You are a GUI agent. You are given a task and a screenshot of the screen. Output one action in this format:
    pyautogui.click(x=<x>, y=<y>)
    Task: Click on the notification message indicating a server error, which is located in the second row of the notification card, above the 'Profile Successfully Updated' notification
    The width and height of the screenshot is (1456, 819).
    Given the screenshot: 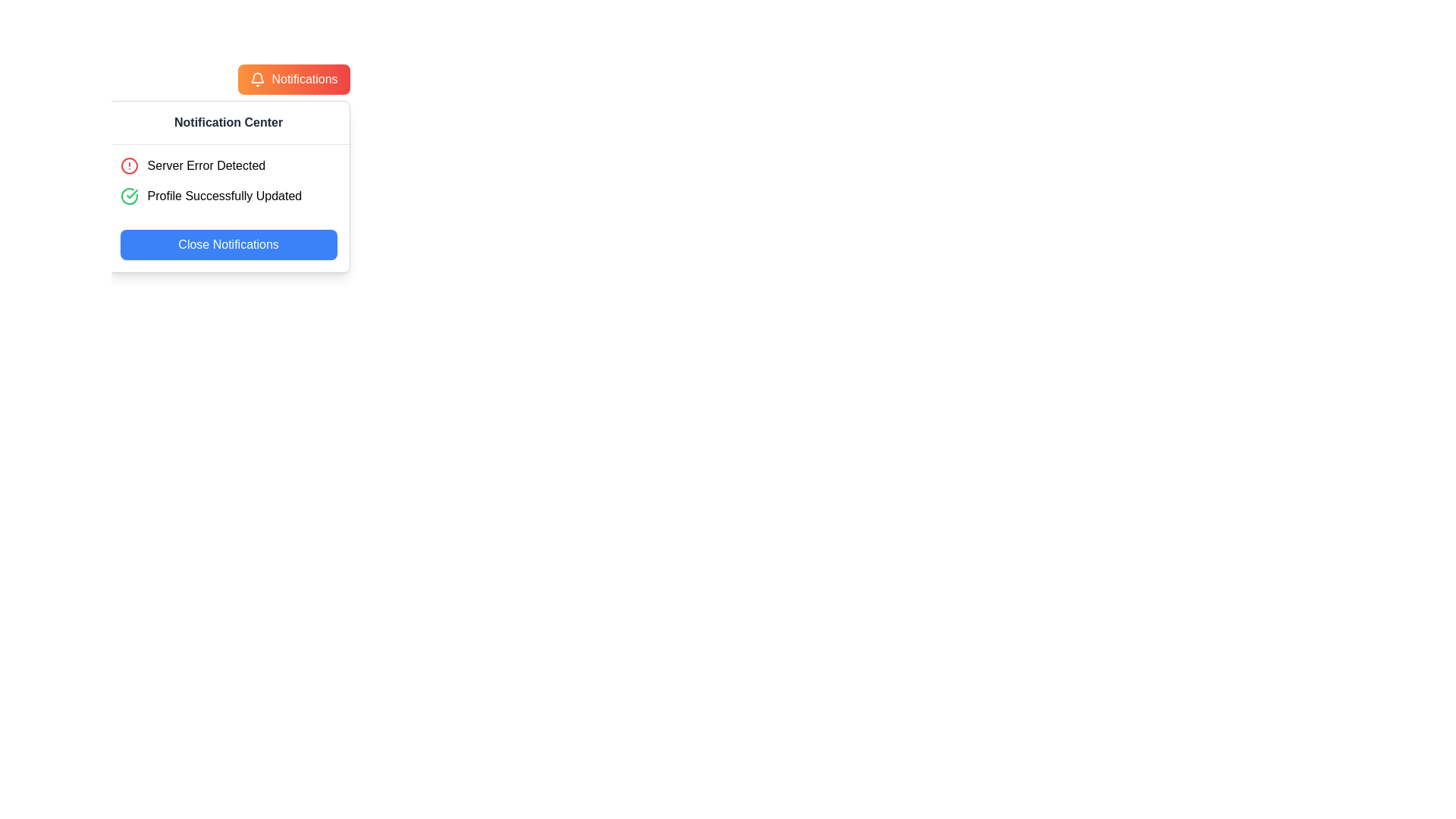 What is the action you would take?
    pyautogui.click(x=227, y=166)
    